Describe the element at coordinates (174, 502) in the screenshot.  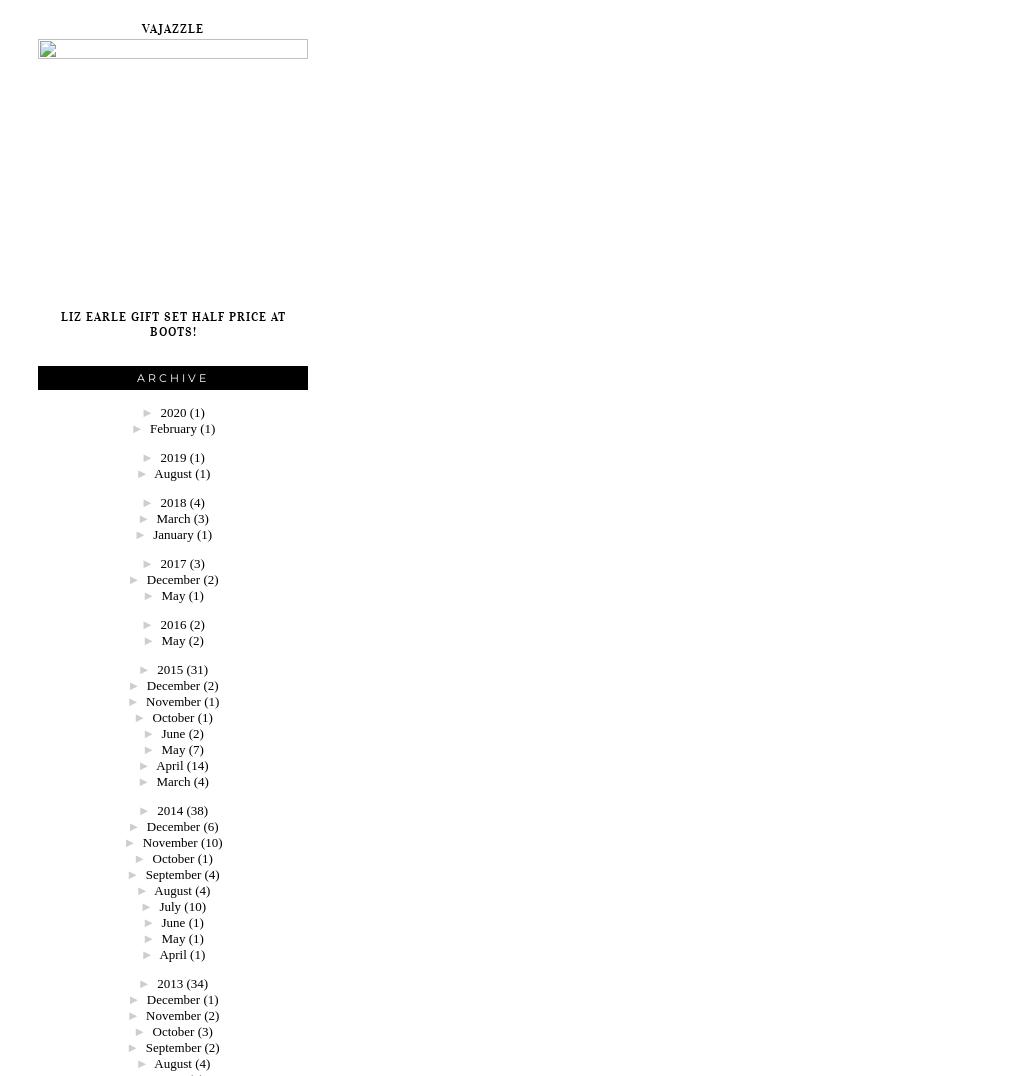
I see `'2018'` at that location.